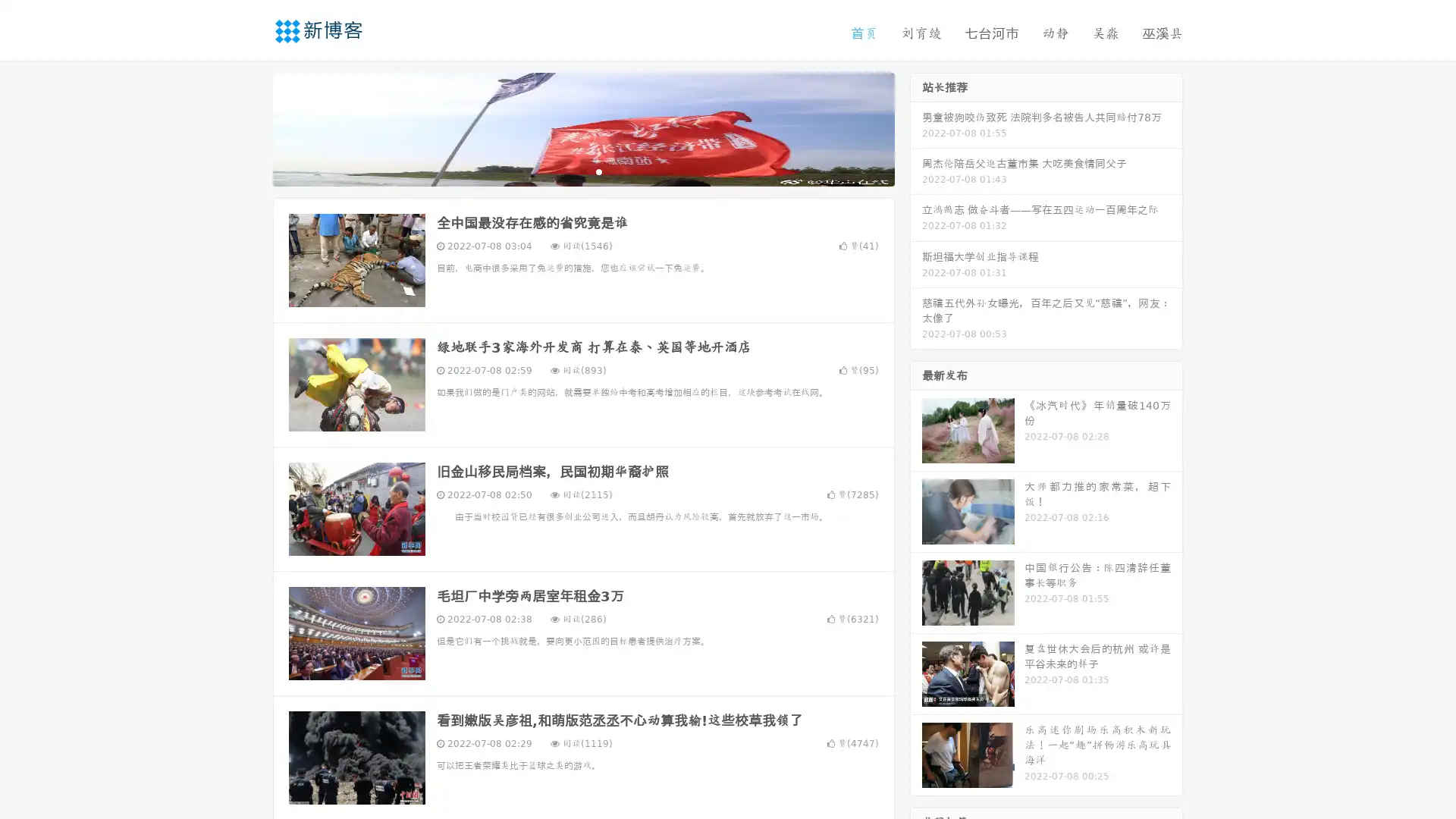 This screenshot has height=819, width=1456. What do you see at coordinates (567, 171) in the screenshot?
I see `Go to slide 1` at bounding box center [567, 171].